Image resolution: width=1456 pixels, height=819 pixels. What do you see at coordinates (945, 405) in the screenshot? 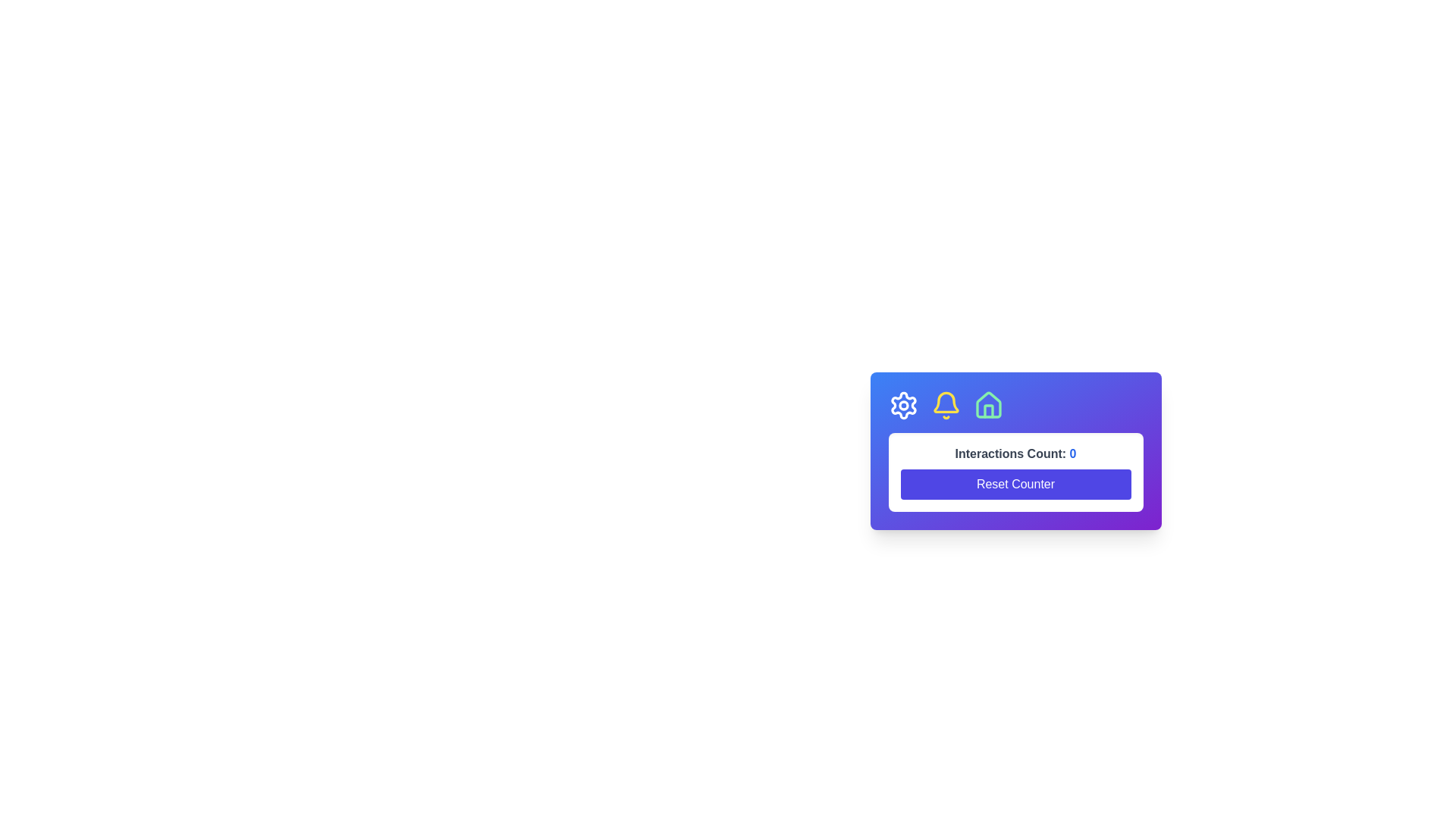
I see `the notification icon located between the settings icon and the home icon` at bounding box center [945, 405].